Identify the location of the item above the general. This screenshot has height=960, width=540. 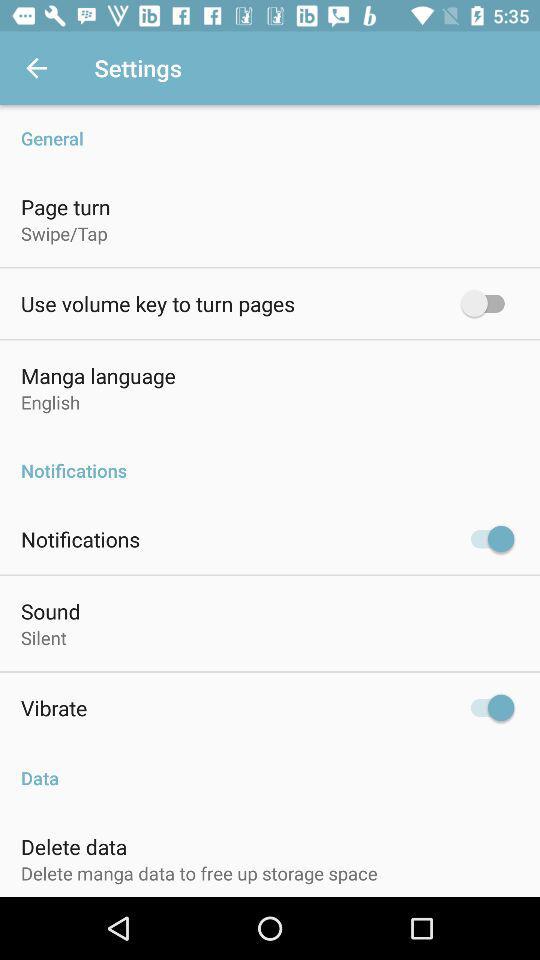
(36, 68).